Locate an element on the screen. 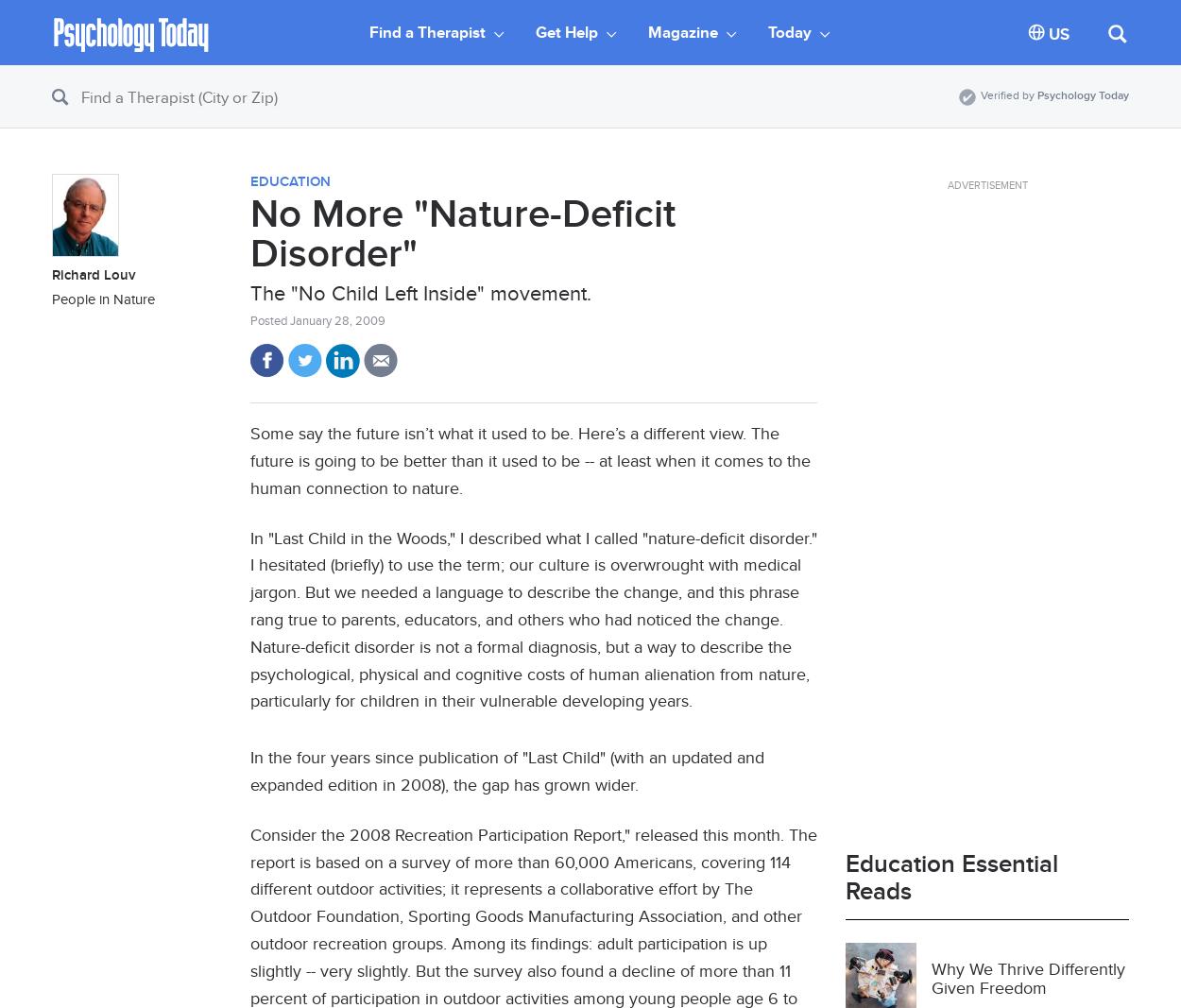 This screenshot has height=1008, width=1181. 'In "Last Child in the Woods," I described what I called "nature-deficit disorder." I hesitated (briefly) to use the term; our culture is overwrought with medical jargon. But we needed a language to describe the change, and this phrase rang true to parents, educators, and others who had noticed the change. Nature-deficit disorder is not a formal diagnosis, but a way to describe the psychological, physical and cognitive costs of human alienation from nature, particularly for children in their vulnerable developing years.' is located at coordinates (533, 619).